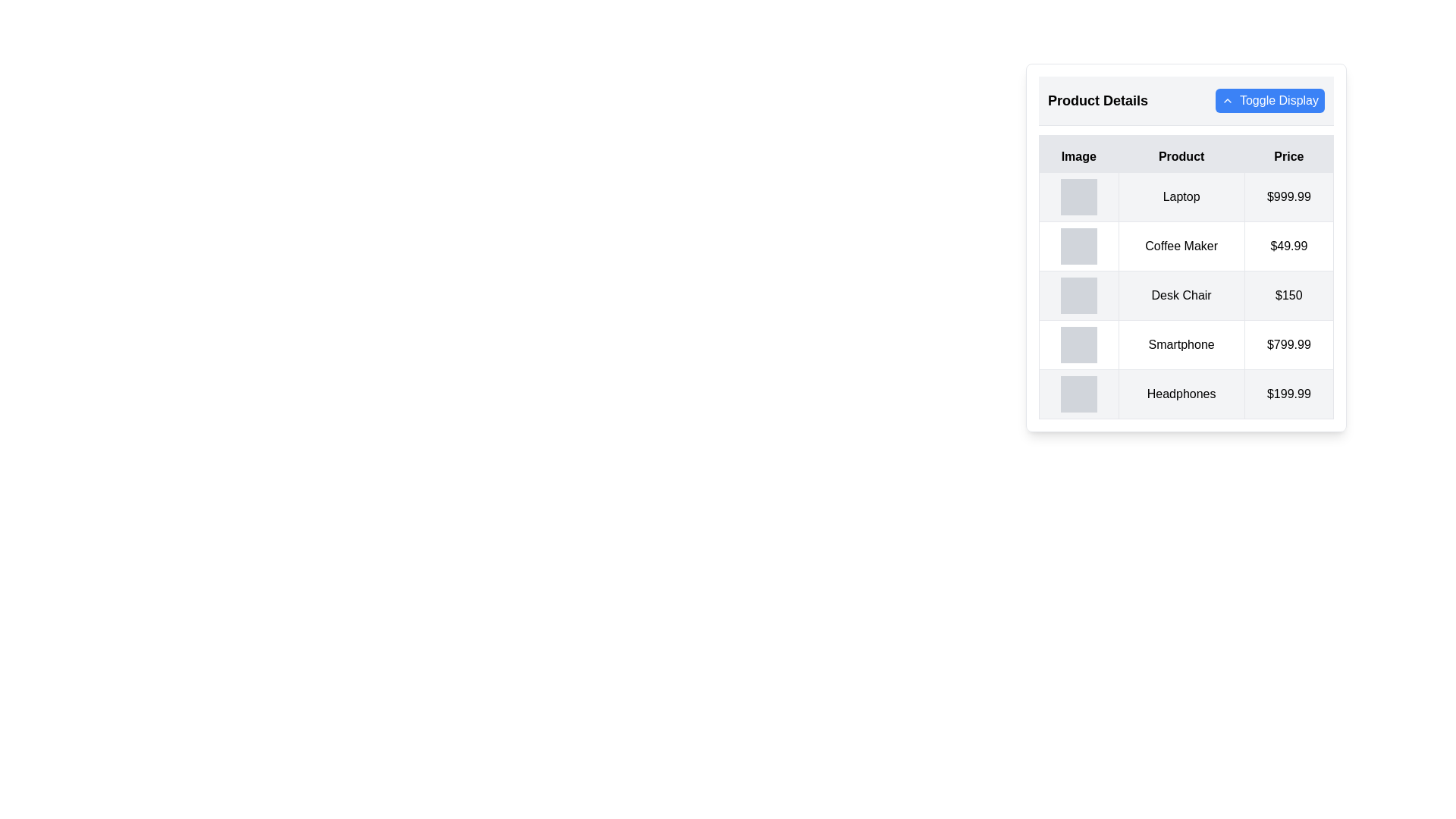  I want to click on the text label displaying 'Image' located in the top-left corner of the table header row, so click(1078, 154).